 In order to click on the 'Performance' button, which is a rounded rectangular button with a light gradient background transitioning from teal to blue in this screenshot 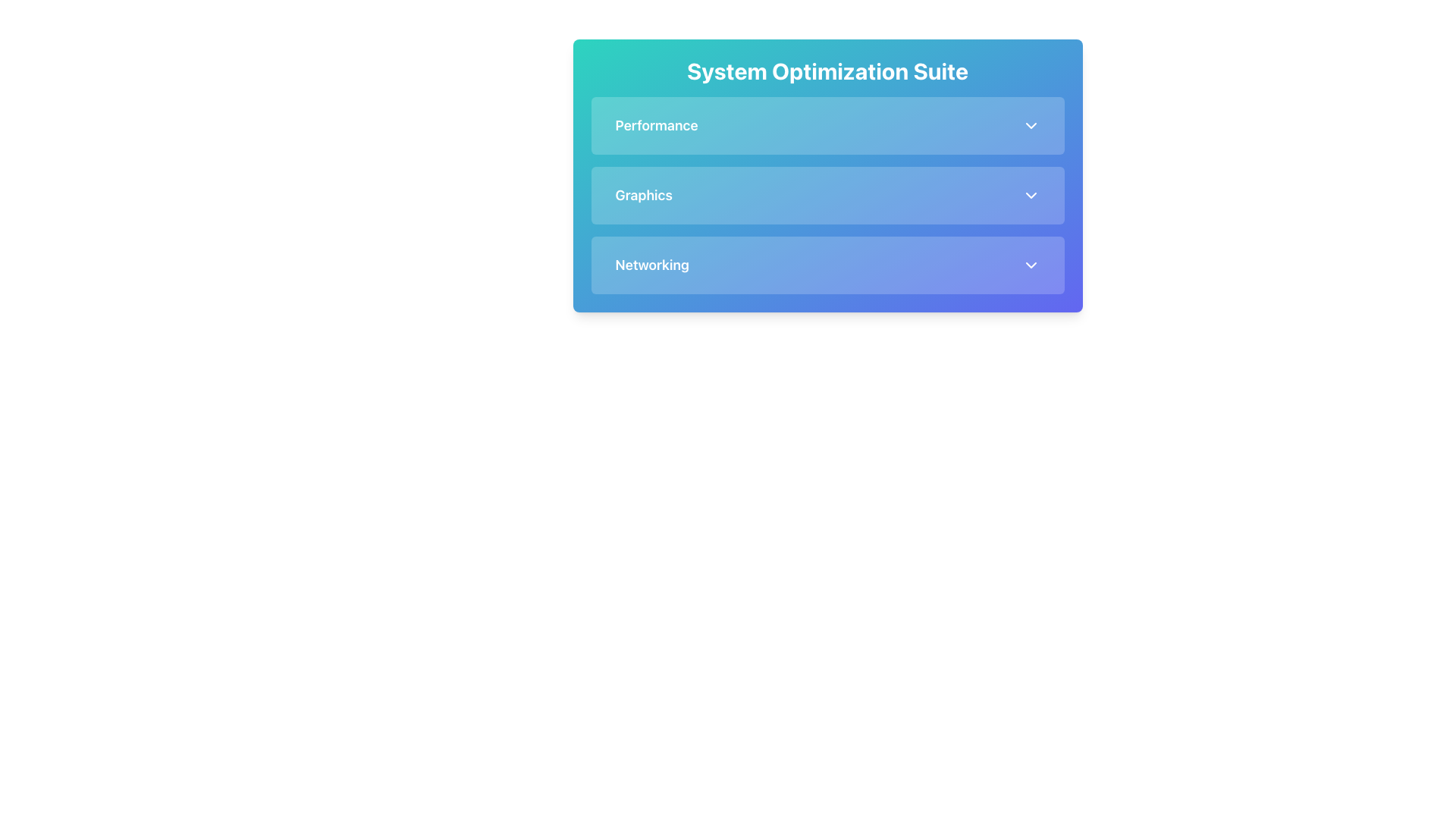, I will do `click(827, 124)`.